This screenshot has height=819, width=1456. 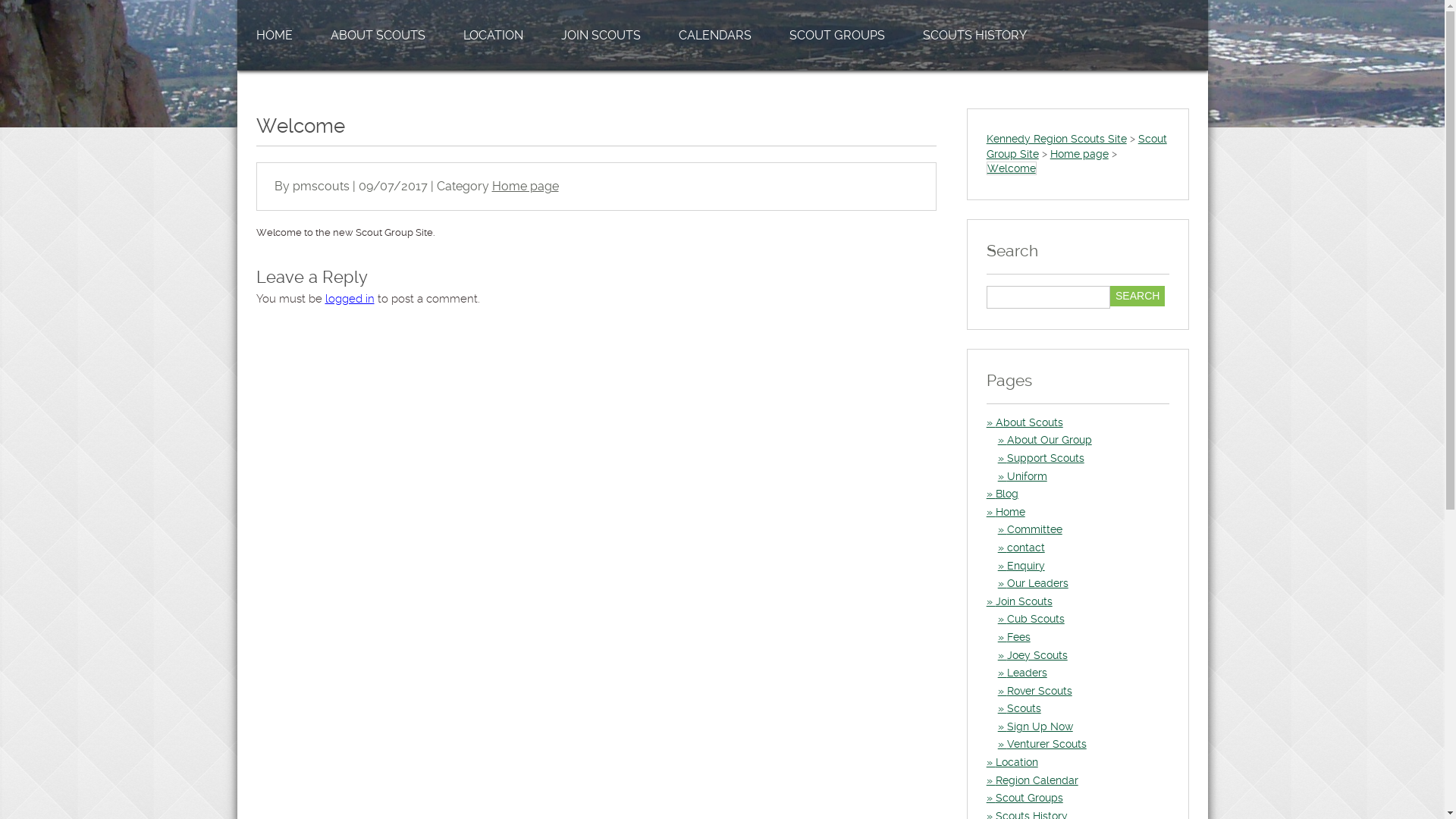 What do you see at coordinates (1034, 725) in the screenshot?
I see `'Sign Up Now'` at bounding box center [1034, 725].